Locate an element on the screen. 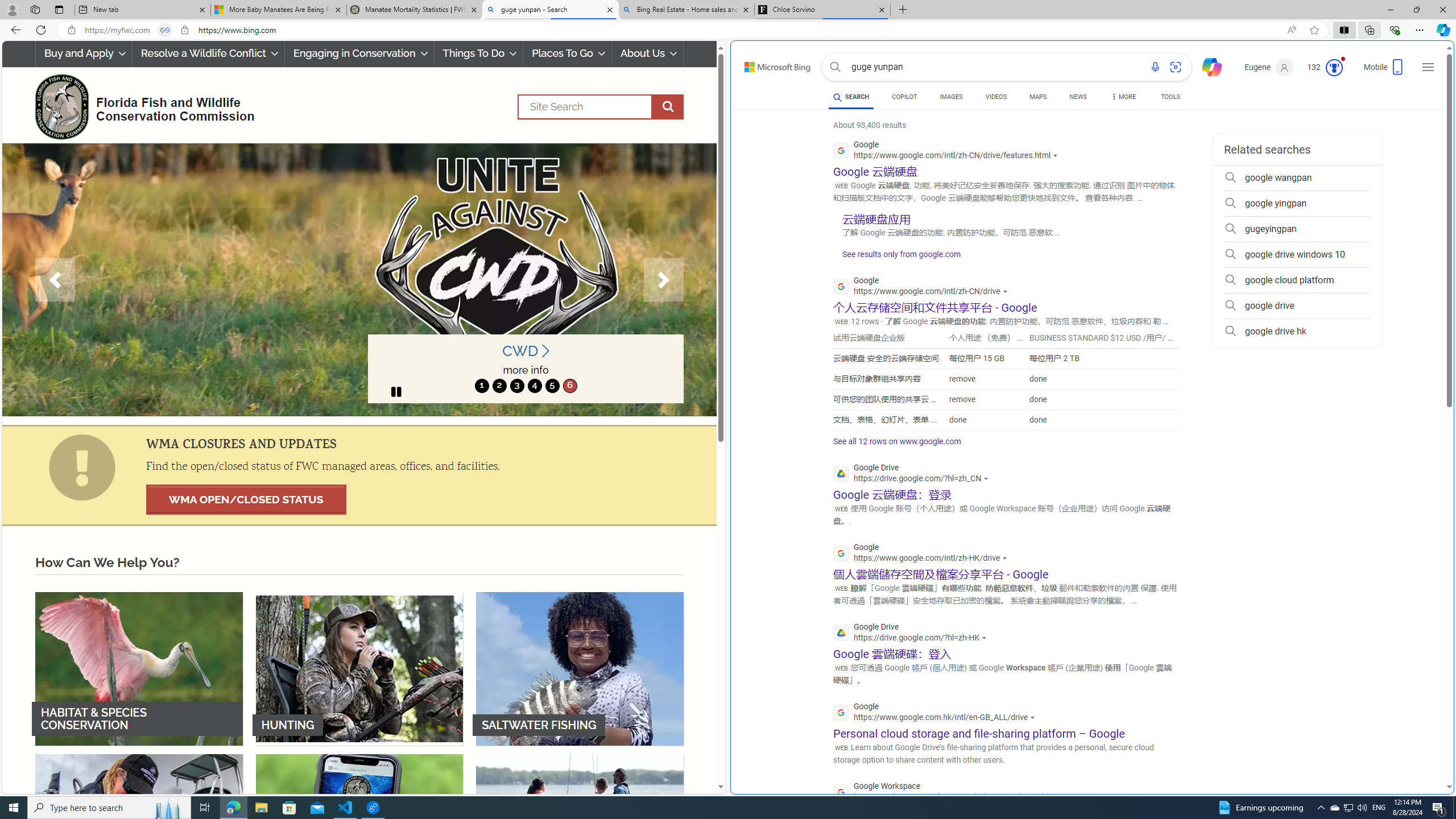 This screenshot has width=1456, height=819. 'FWC Logo' is located at coordinates (61, 106).